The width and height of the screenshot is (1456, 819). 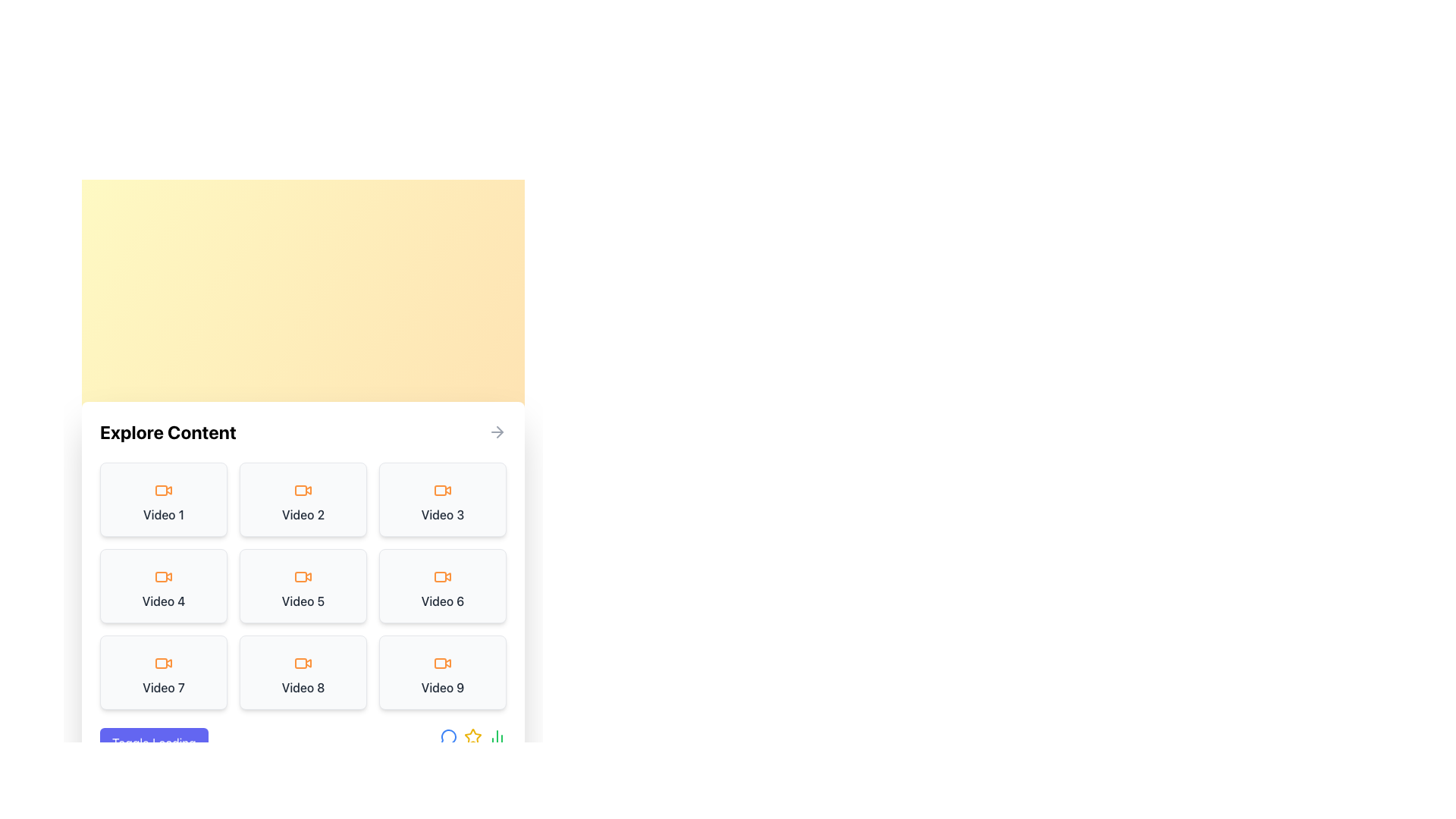 What do you see at coordinates (164, 687) in the screenshot?
I see `text label that provides information about the seventh video item located in the second row, first column of the 'Explore Content' section` at bounding box center [164, 687].